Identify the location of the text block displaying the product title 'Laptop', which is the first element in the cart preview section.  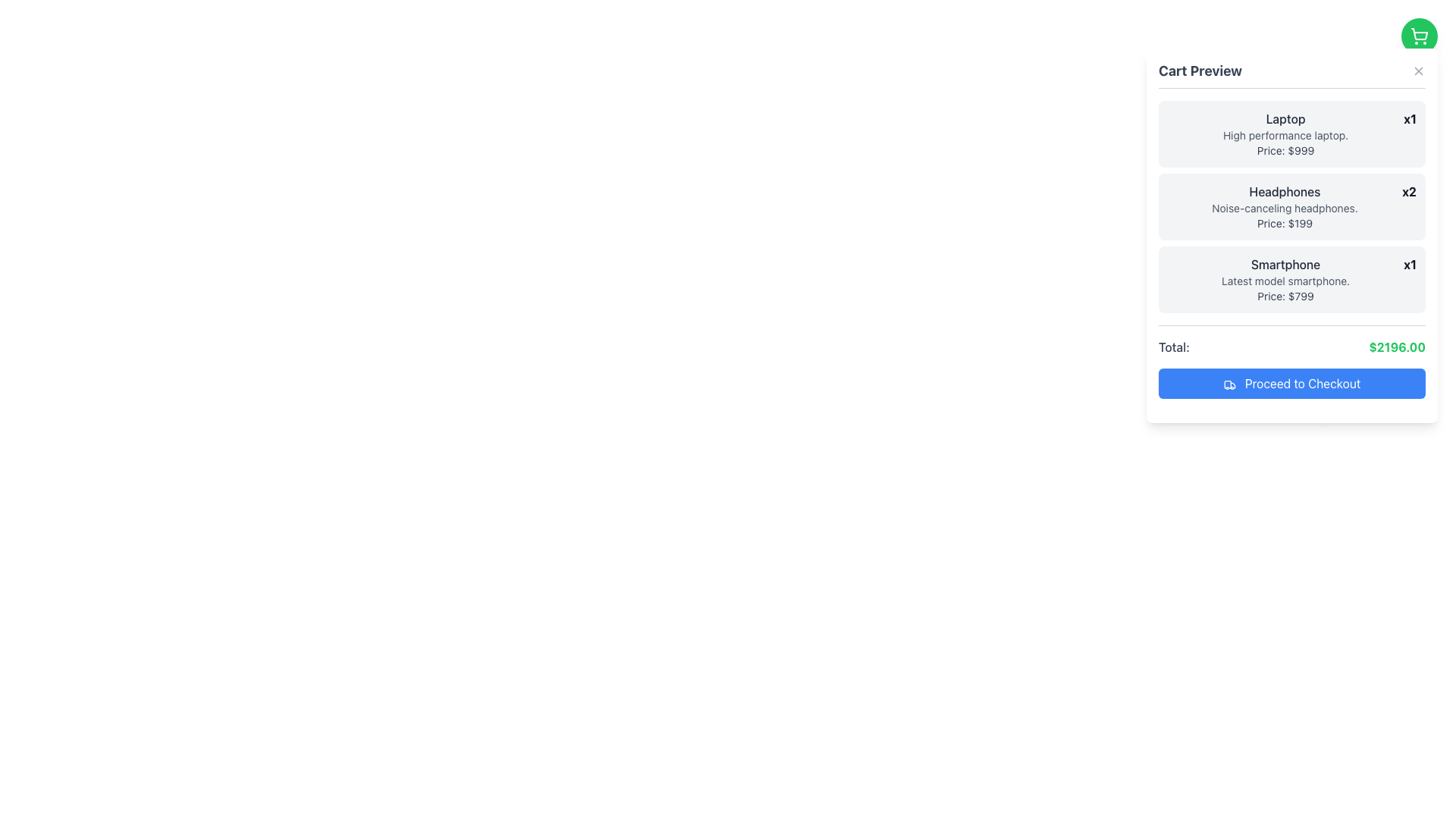
(1285, 133).